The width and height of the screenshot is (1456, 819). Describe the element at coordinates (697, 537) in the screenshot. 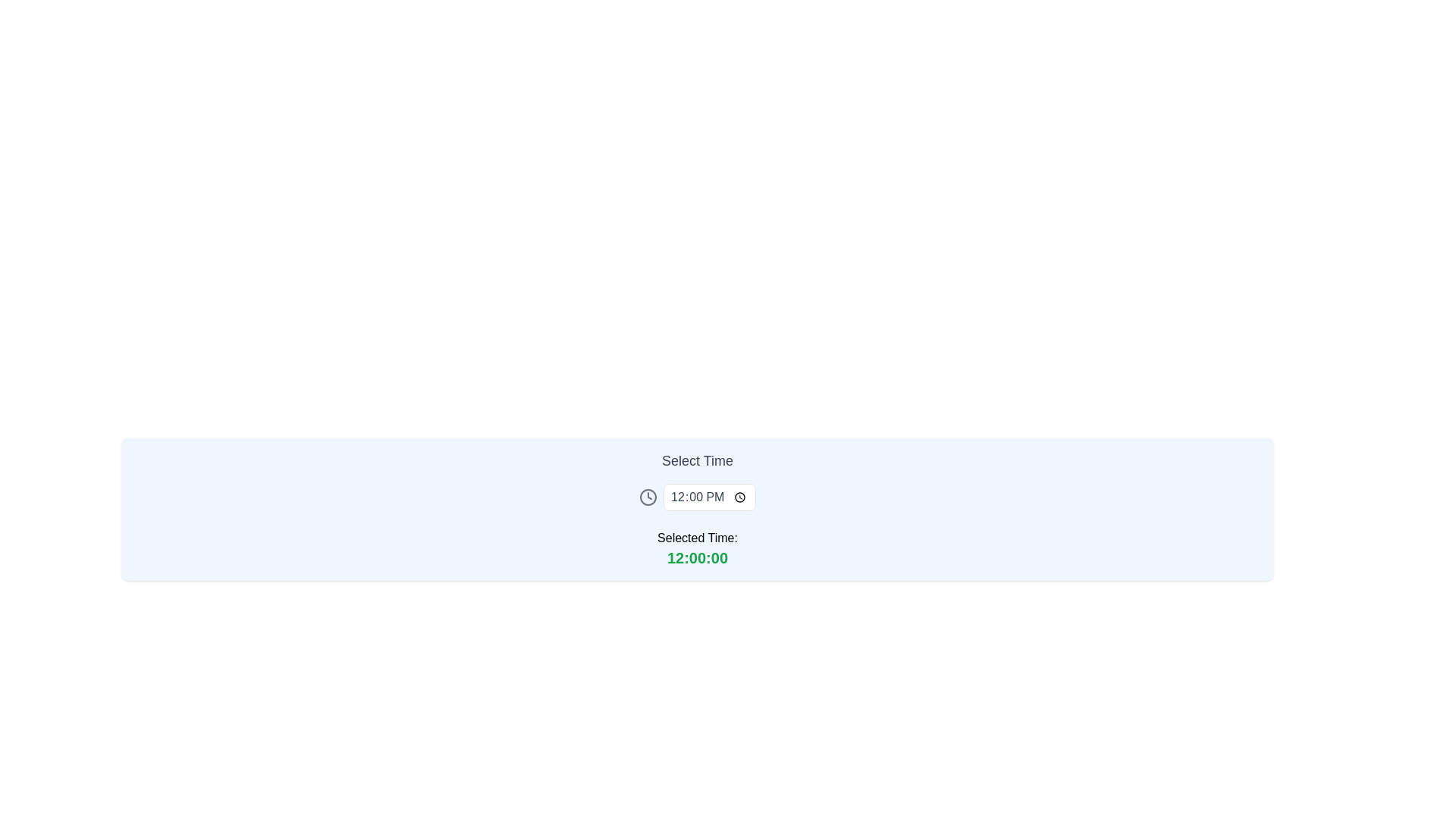

I see `the text label displaying 'Selected Time:' which is positioned above the time input section` at that location.